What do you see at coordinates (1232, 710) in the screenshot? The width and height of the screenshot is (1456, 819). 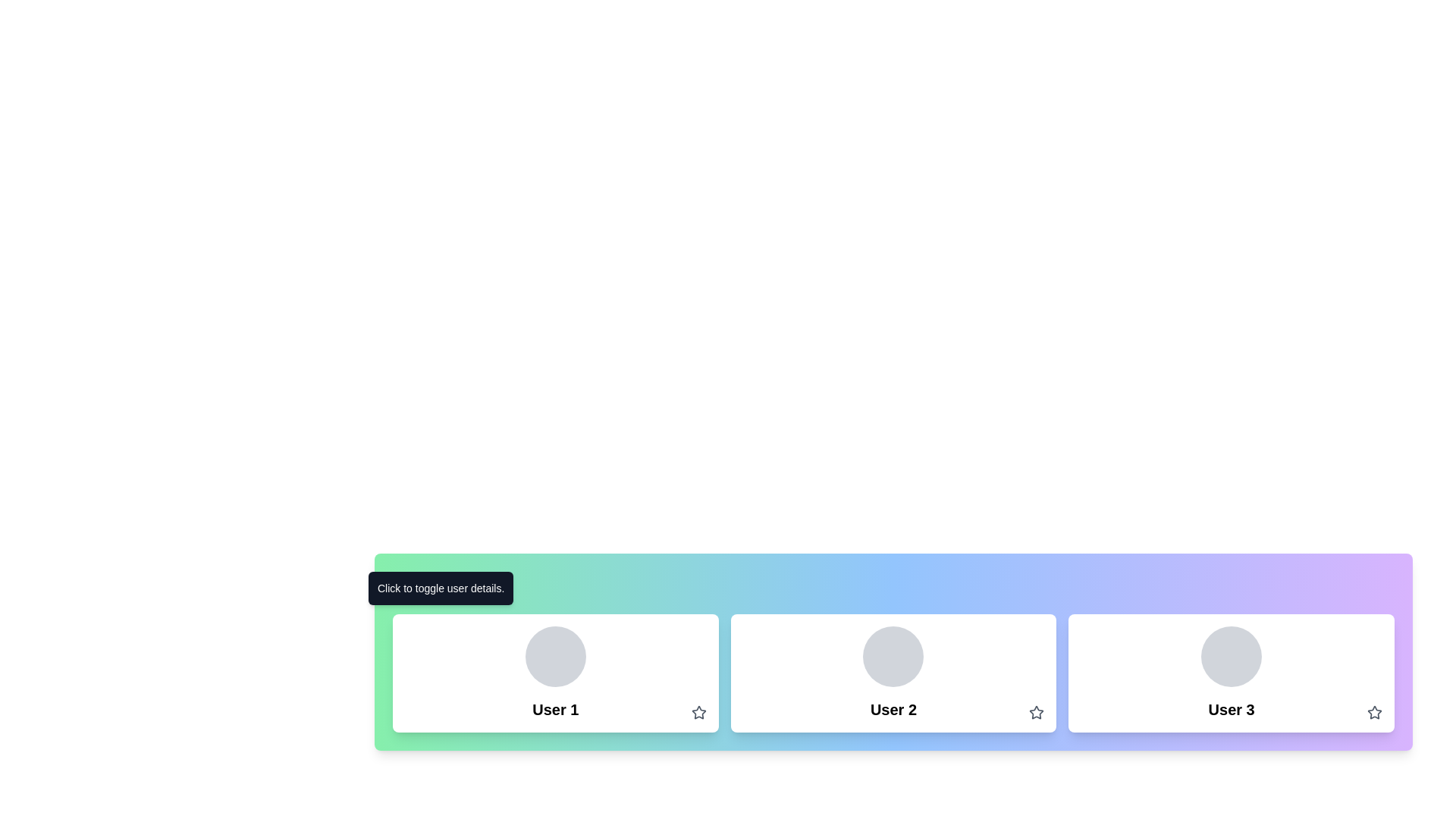 I see `the text label displaying 'User 3' which is centrally aligned within its card, located beneath a circular user profile picture in the third card from the left` at bounding box center [1232, 710].